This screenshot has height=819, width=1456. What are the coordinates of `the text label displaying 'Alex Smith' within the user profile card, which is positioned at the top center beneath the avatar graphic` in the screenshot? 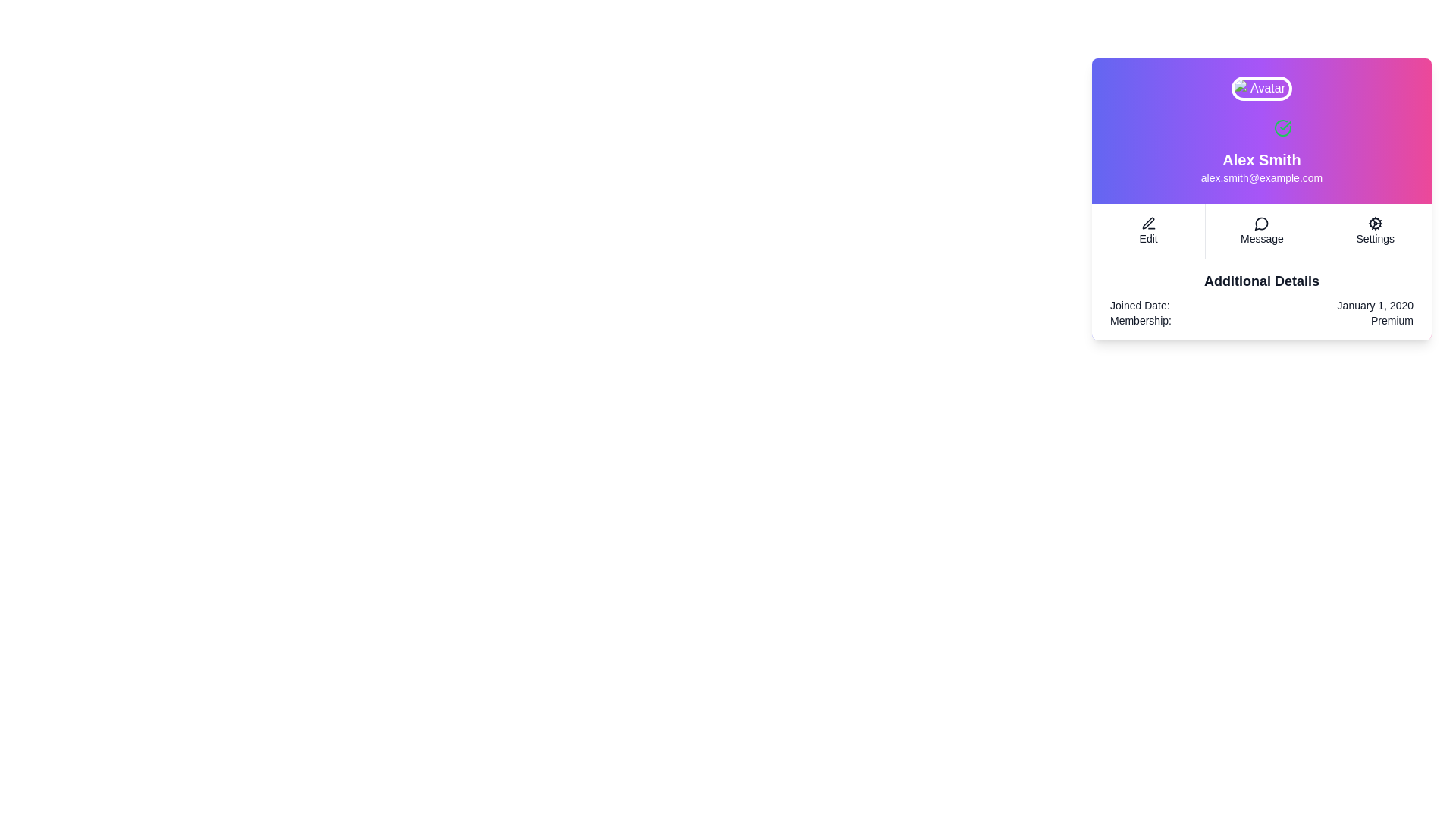 It's located at (1262, 160).